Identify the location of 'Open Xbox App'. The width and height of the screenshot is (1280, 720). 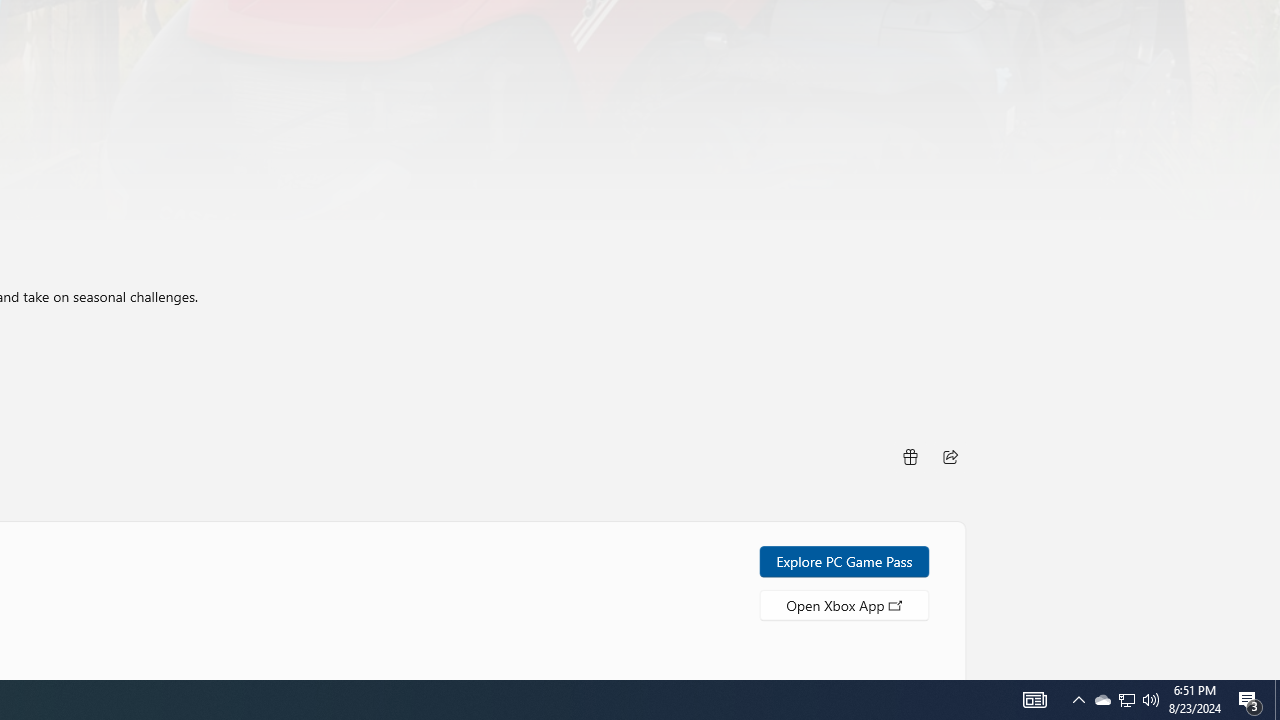
(844, 603).